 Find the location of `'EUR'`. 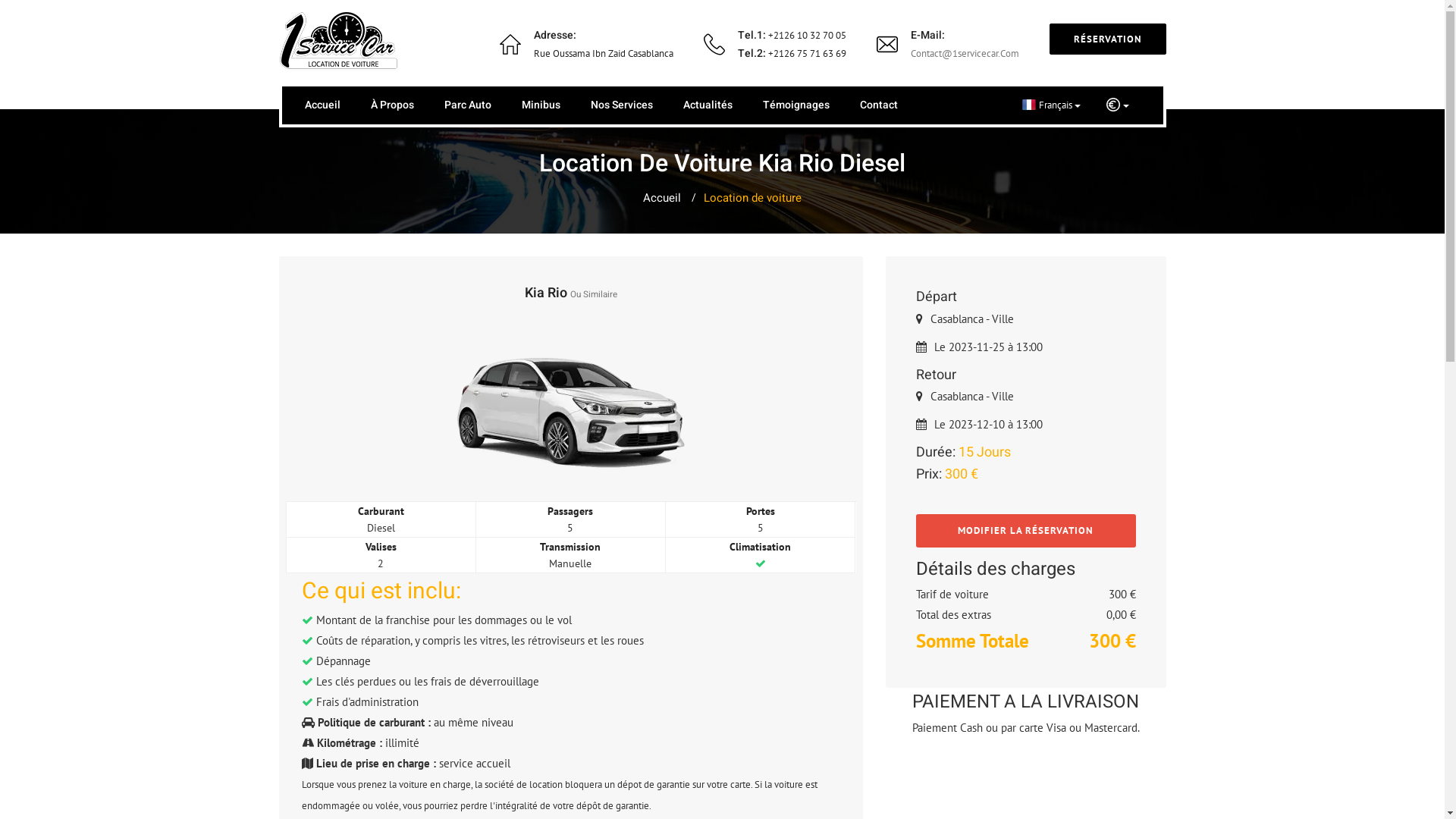

'EUR' is located at coordinates (1117, 104).